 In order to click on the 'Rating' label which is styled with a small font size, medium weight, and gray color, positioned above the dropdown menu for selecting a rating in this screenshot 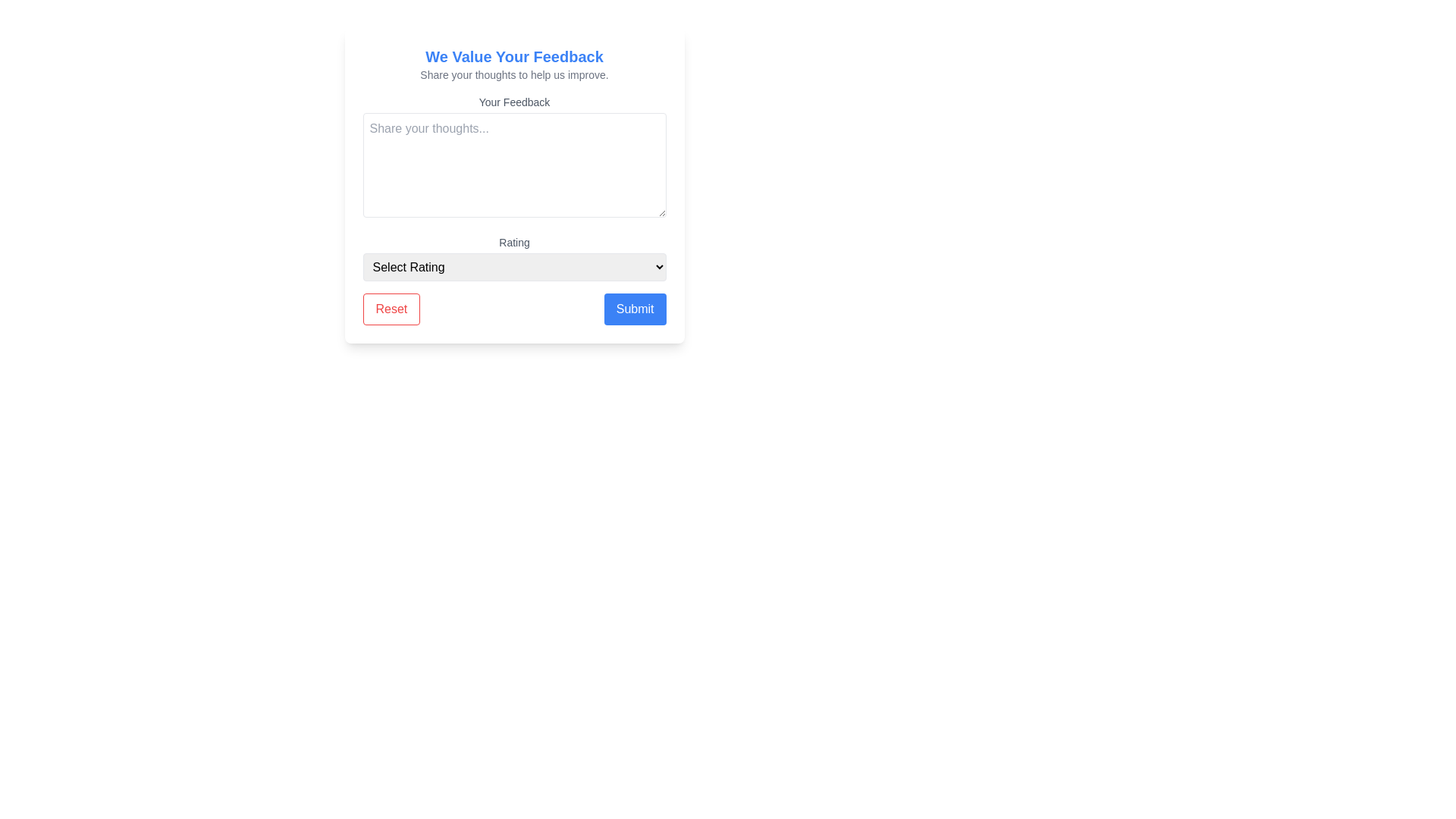, I will do `click(514, 242)`.